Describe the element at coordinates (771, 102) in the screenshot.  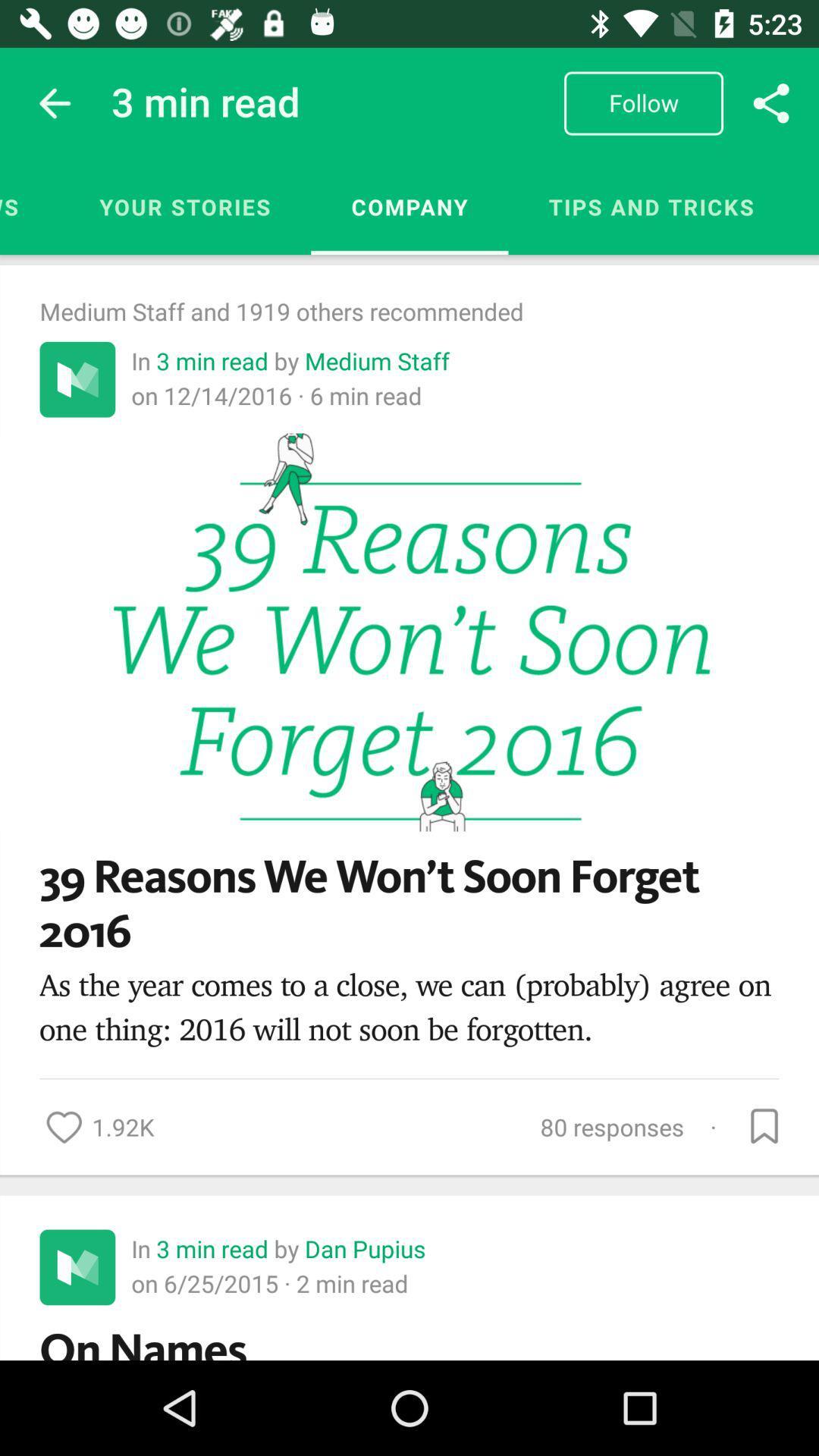
I see `the share icon positioned at the top right corner` at that location.